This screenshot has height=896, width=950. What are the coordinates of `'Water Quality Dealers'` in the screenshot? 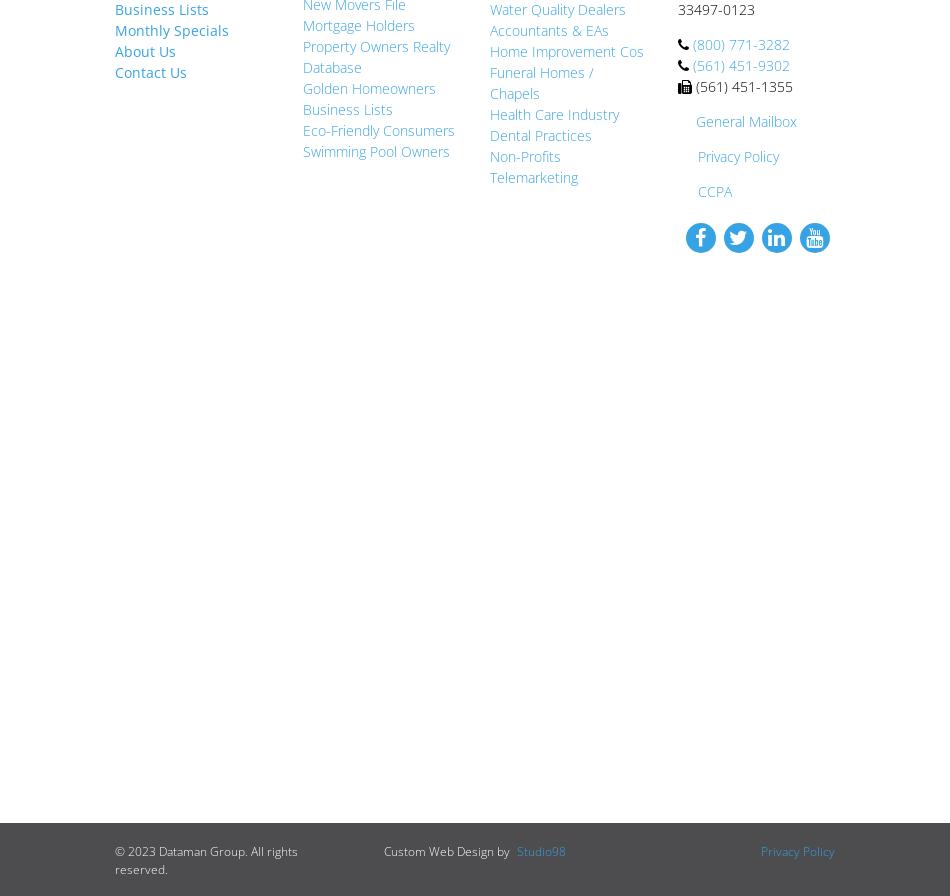 It's located at (558, 9).